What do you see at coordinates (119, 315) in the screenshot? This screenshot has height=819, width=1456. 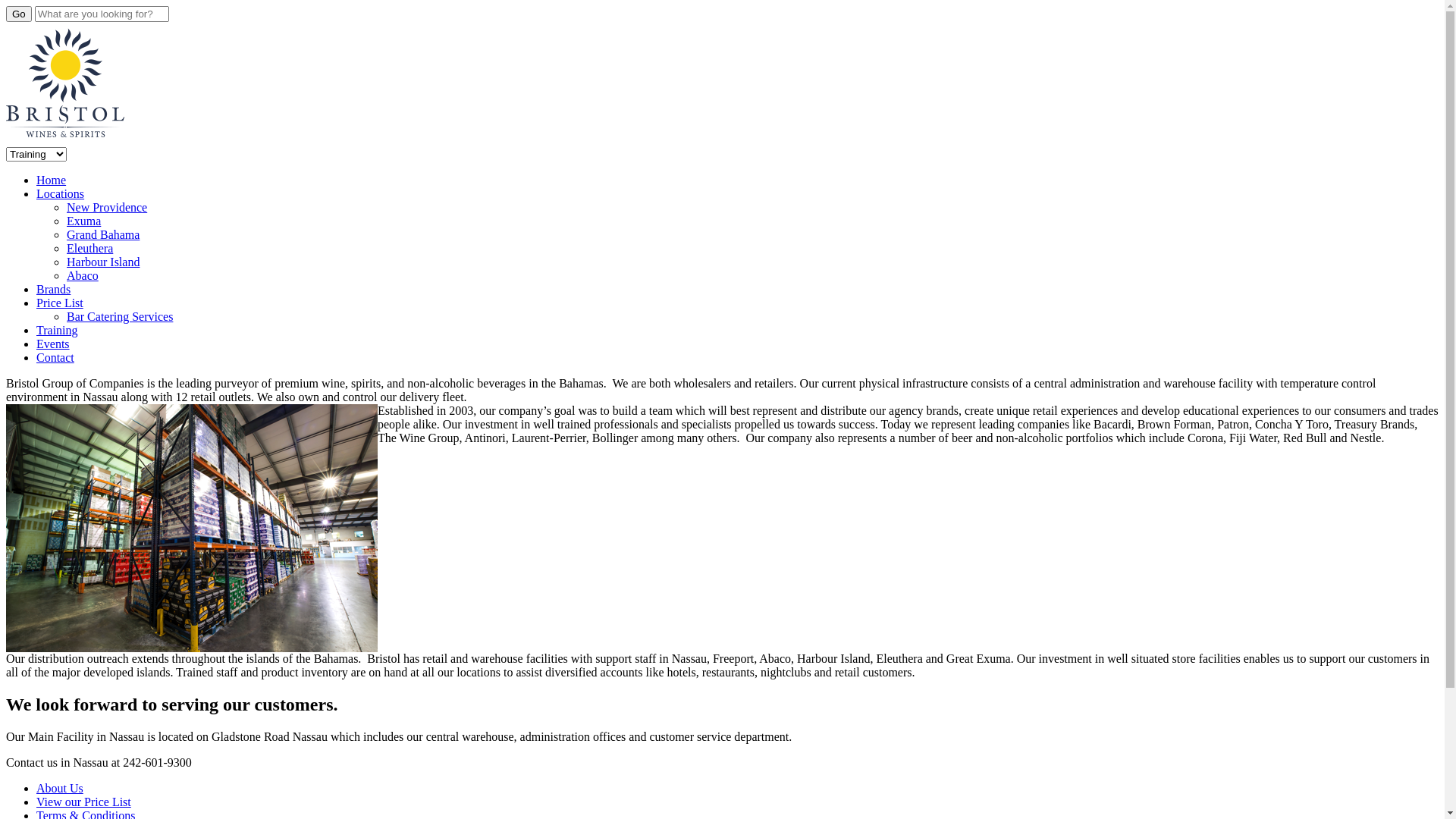 I see `'Bar Catering Services'` at bounding box center [119, 315].